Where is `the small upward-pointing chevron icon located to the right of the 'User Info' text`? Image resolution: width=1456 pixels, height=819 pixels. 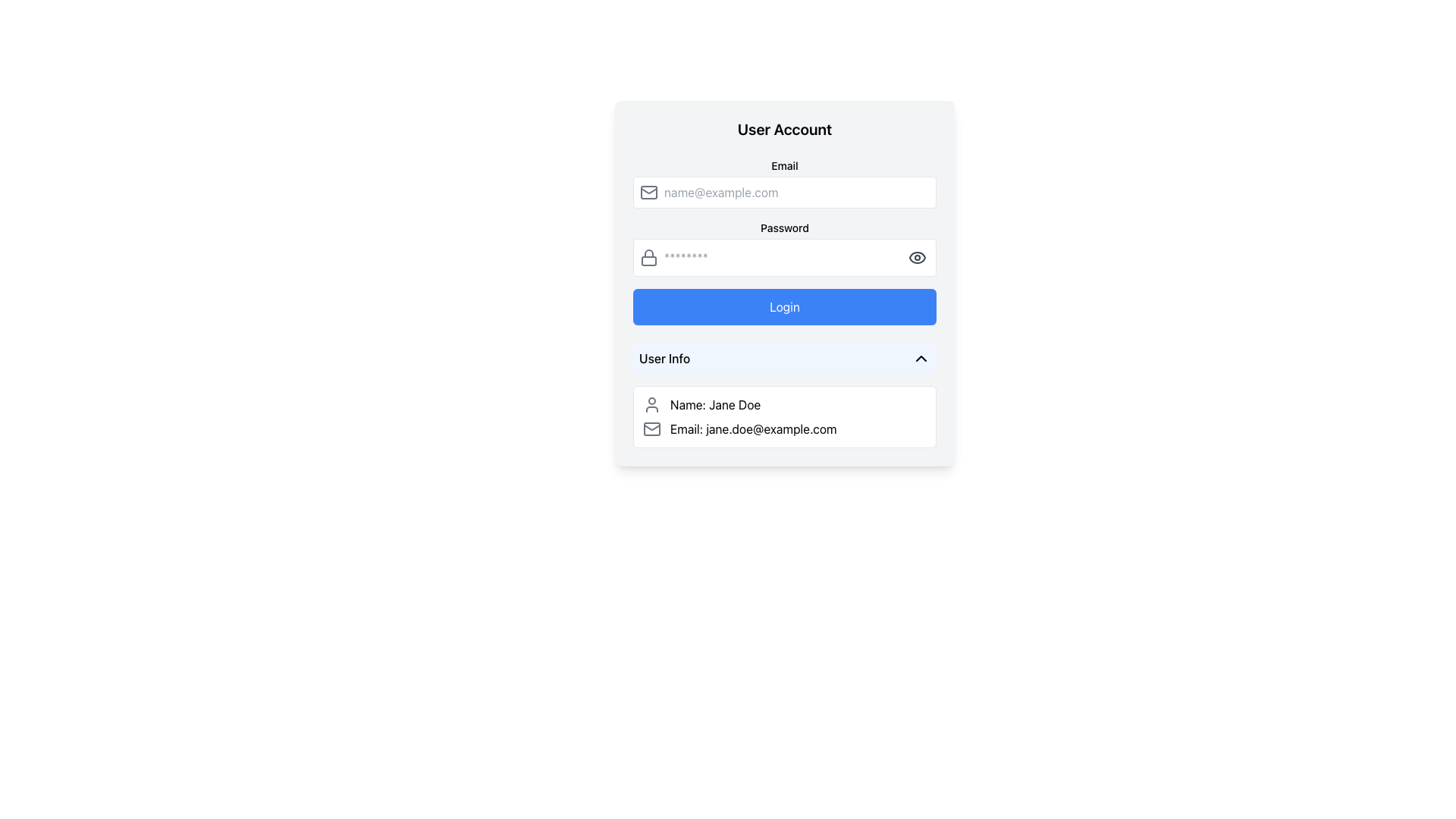
the small upward-pointing chevron icon located to the right of the 'User Info' text is located at coordinates (920, 359).